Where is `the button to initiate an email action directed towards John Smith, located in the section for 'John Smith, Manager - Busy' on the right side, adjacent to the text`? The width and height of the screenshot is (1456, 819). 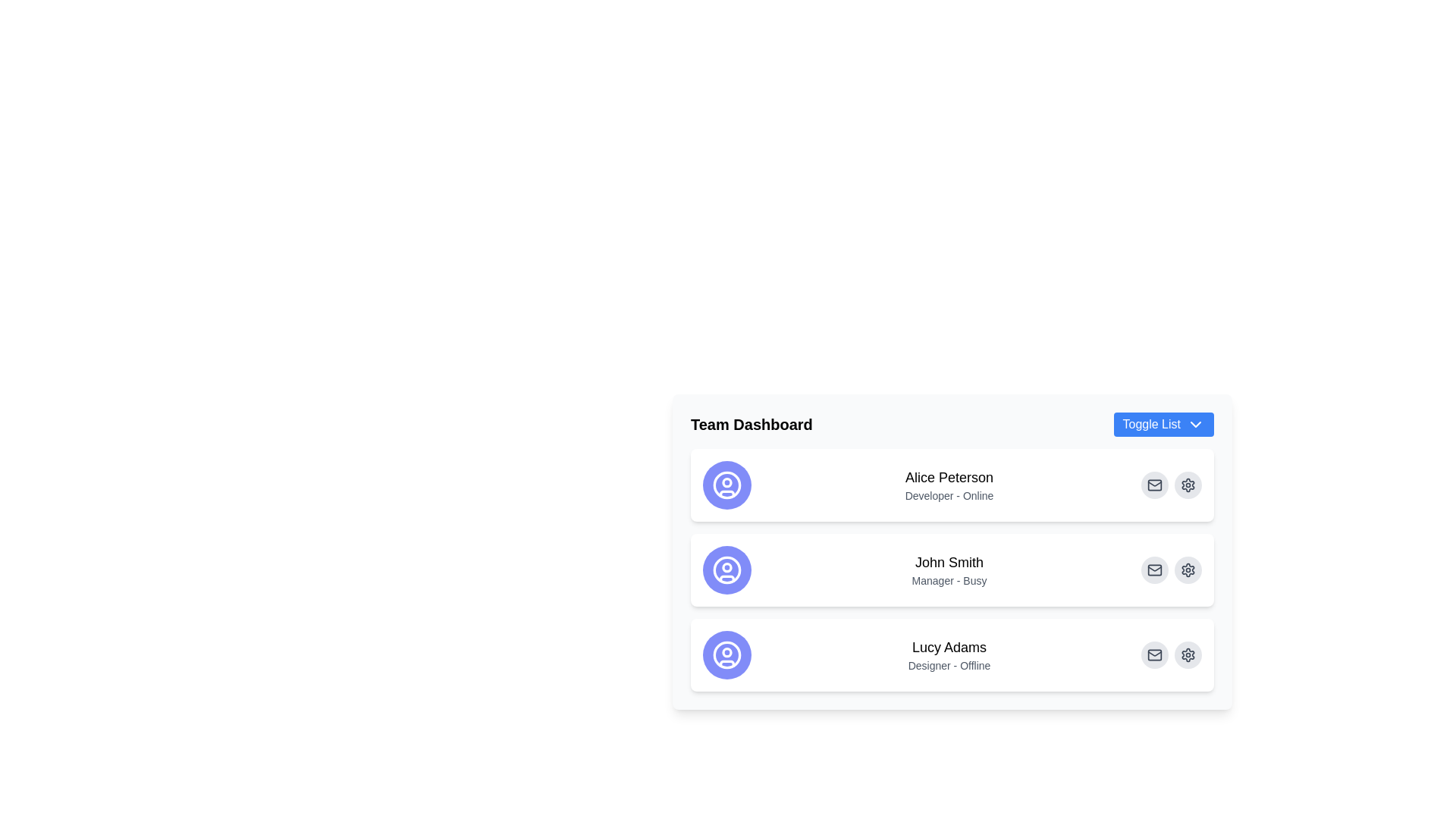 the button to initiate an email action directed towards John Smith, located in the section for 'John Smith, Manager - Busy' on the right side, adjacent to the text is located at coordinates (1153, 570).